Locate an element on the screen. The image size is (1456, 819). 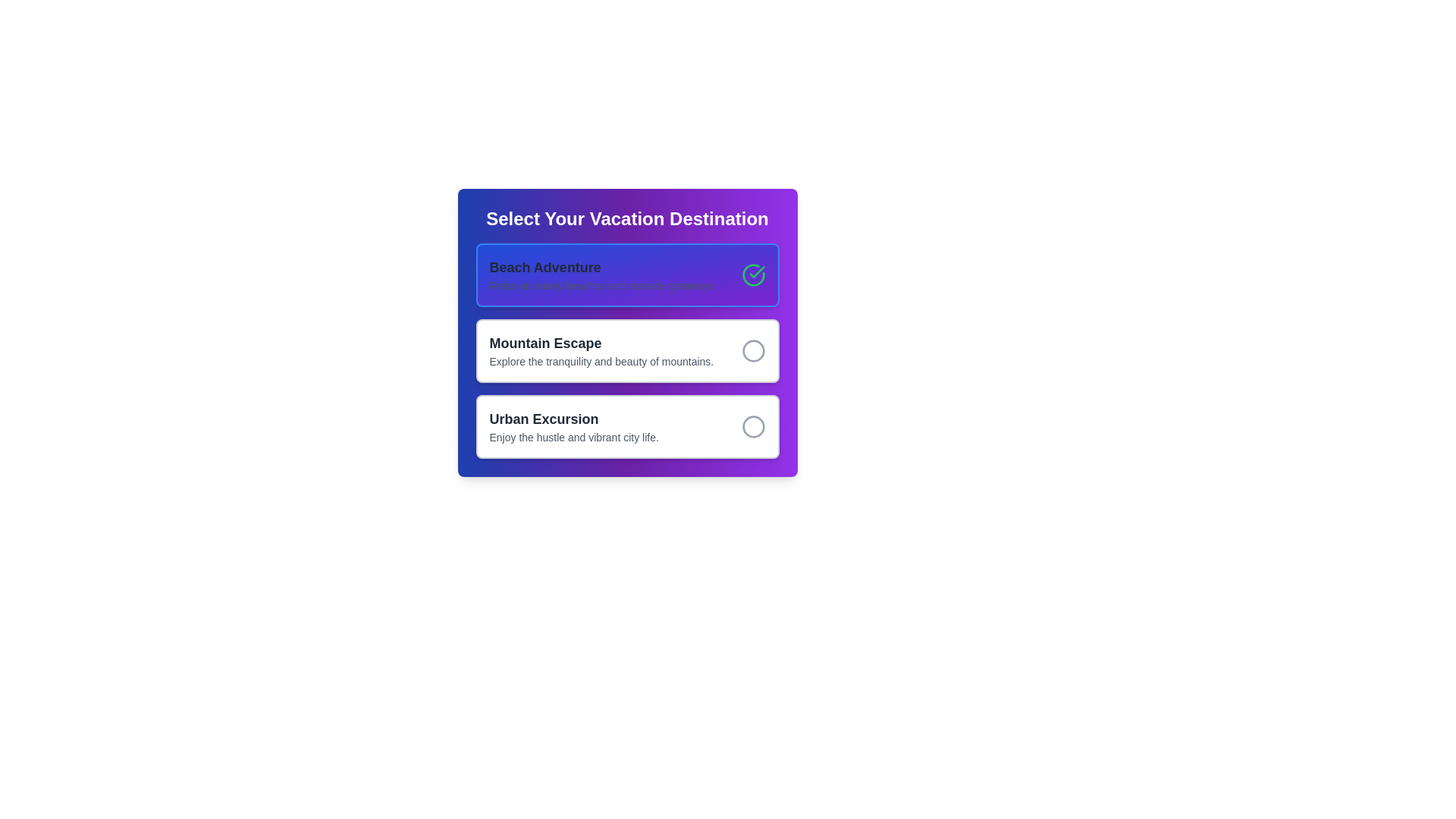
the second card in the grid layout that presents information about the vacation destination 'Mountain Escape' is located at coordinates (627, 350).